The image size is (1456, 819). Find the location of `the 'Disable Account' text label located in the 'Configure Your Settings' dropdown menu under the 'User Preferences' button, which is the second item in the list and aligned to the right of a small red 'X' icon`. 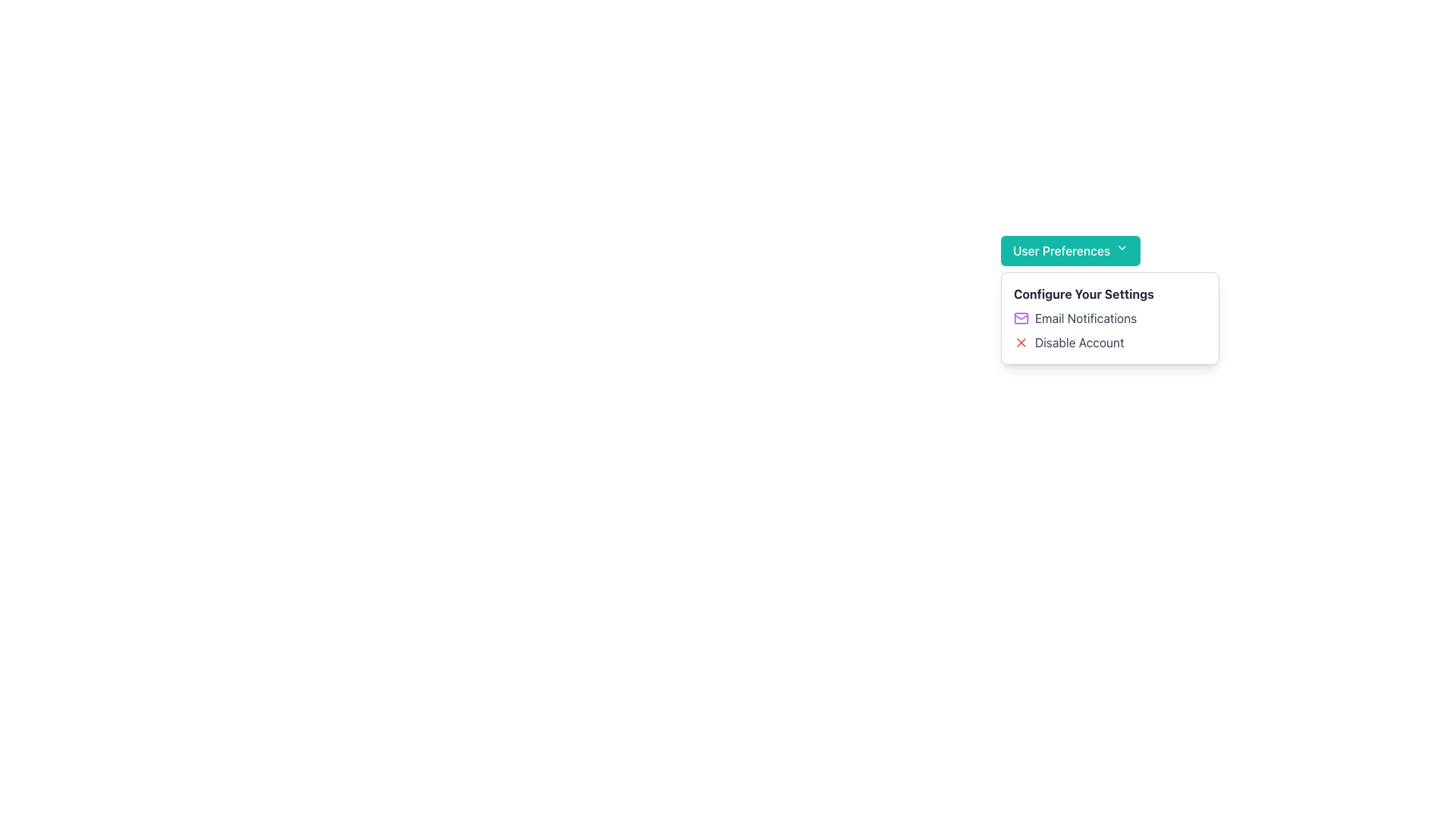

the 'Disable Account' text label located in the 'Configure Your Settings' dropdown menu under the 'User Preferences' button, which is the second item in the list and aligned to the right of a small red 'X' icon is located at coordinates (1078, 342).